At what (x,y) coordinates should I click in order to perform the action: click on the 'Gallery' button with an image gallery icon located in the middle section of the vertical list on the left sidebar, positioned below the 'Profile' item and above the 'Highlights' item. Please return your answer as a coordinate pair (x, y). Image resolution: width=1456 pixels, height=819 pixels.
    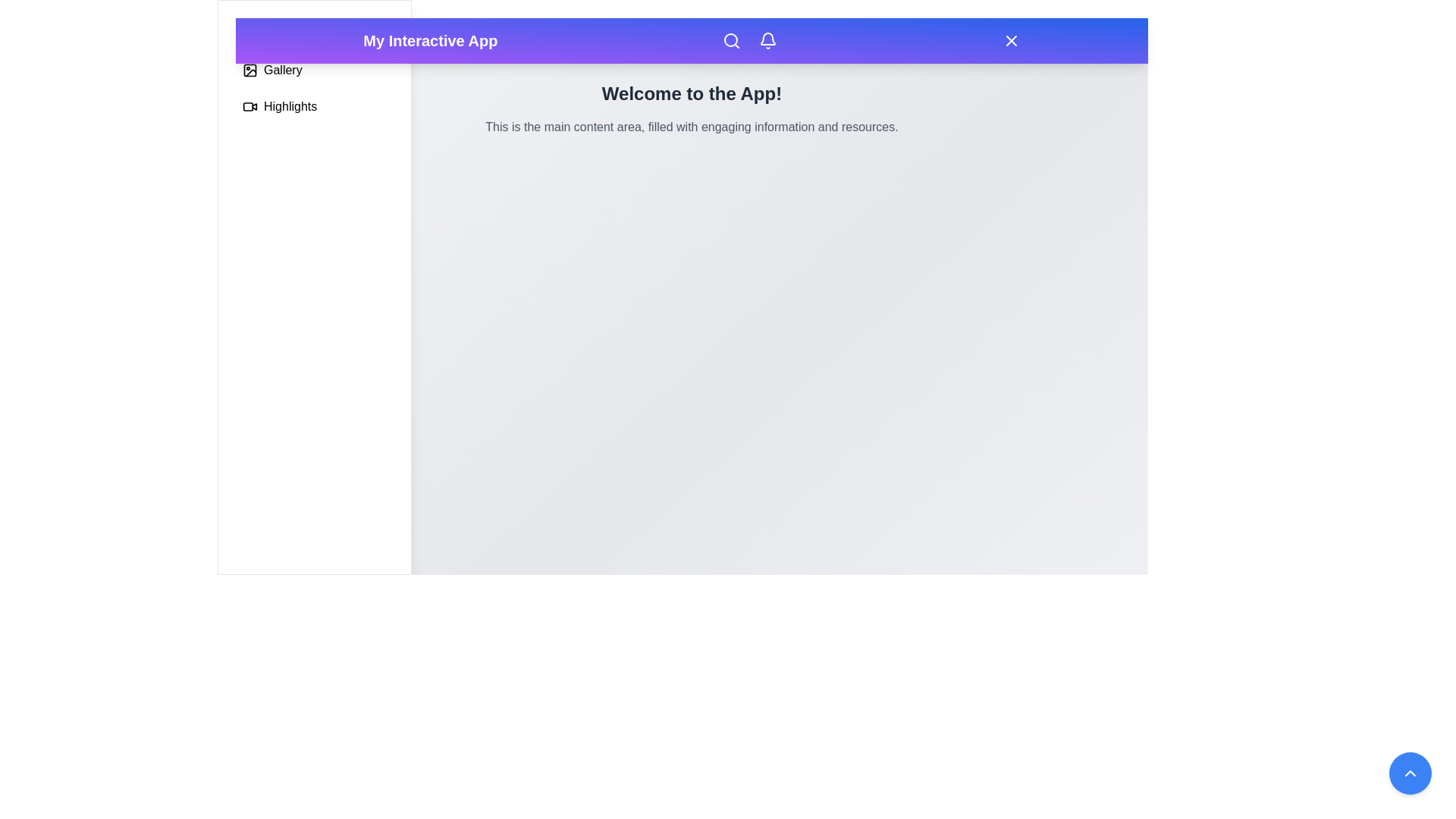
    Looking at the image, I should click on (313, 70).